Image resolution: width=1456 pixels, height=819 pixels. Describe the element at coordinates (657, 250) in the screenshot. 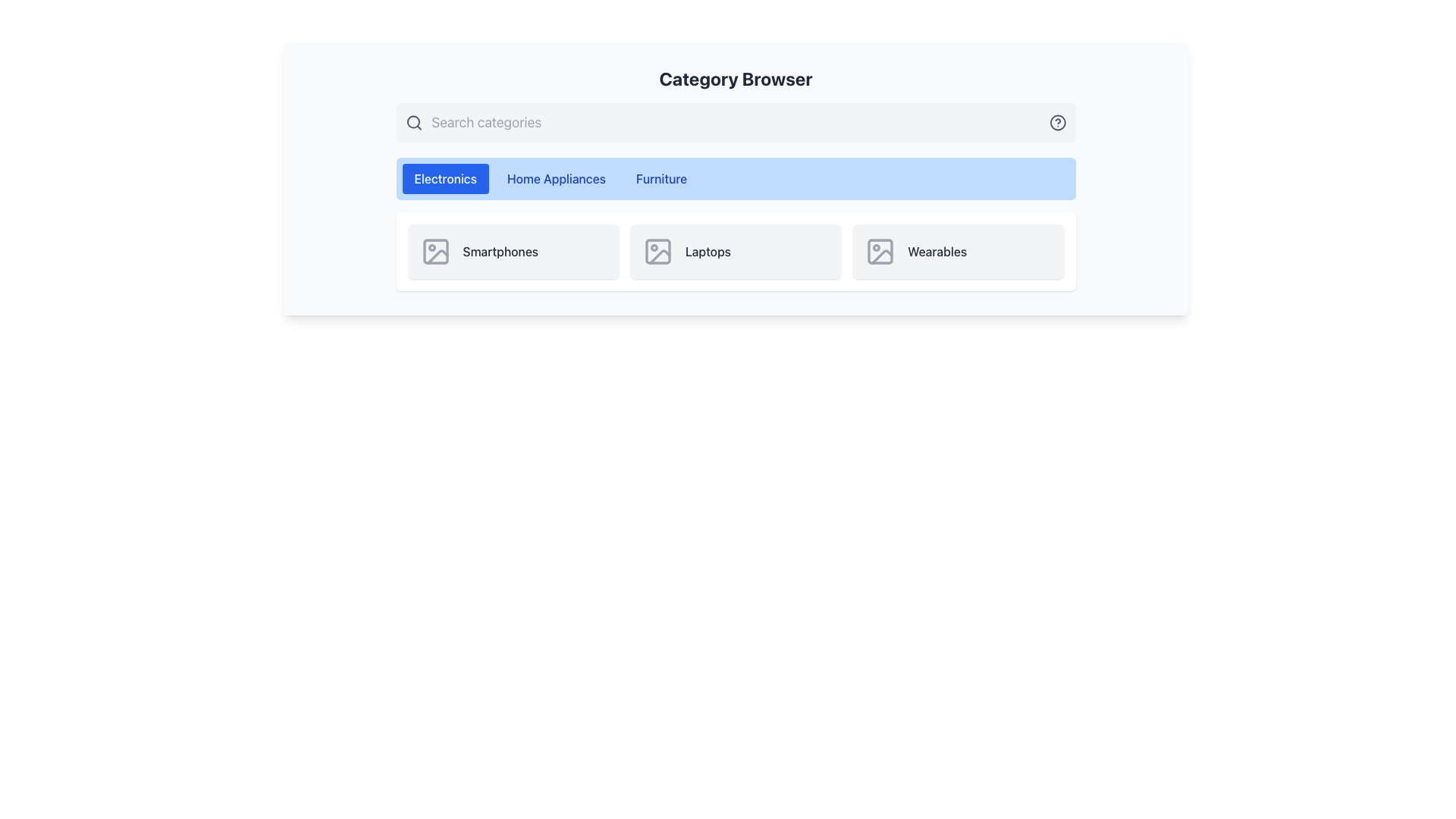

I see `the visual representation of the gray icon styled as an image placeholder, located at the top-left corner of the 'Laptops' category card` at that location.